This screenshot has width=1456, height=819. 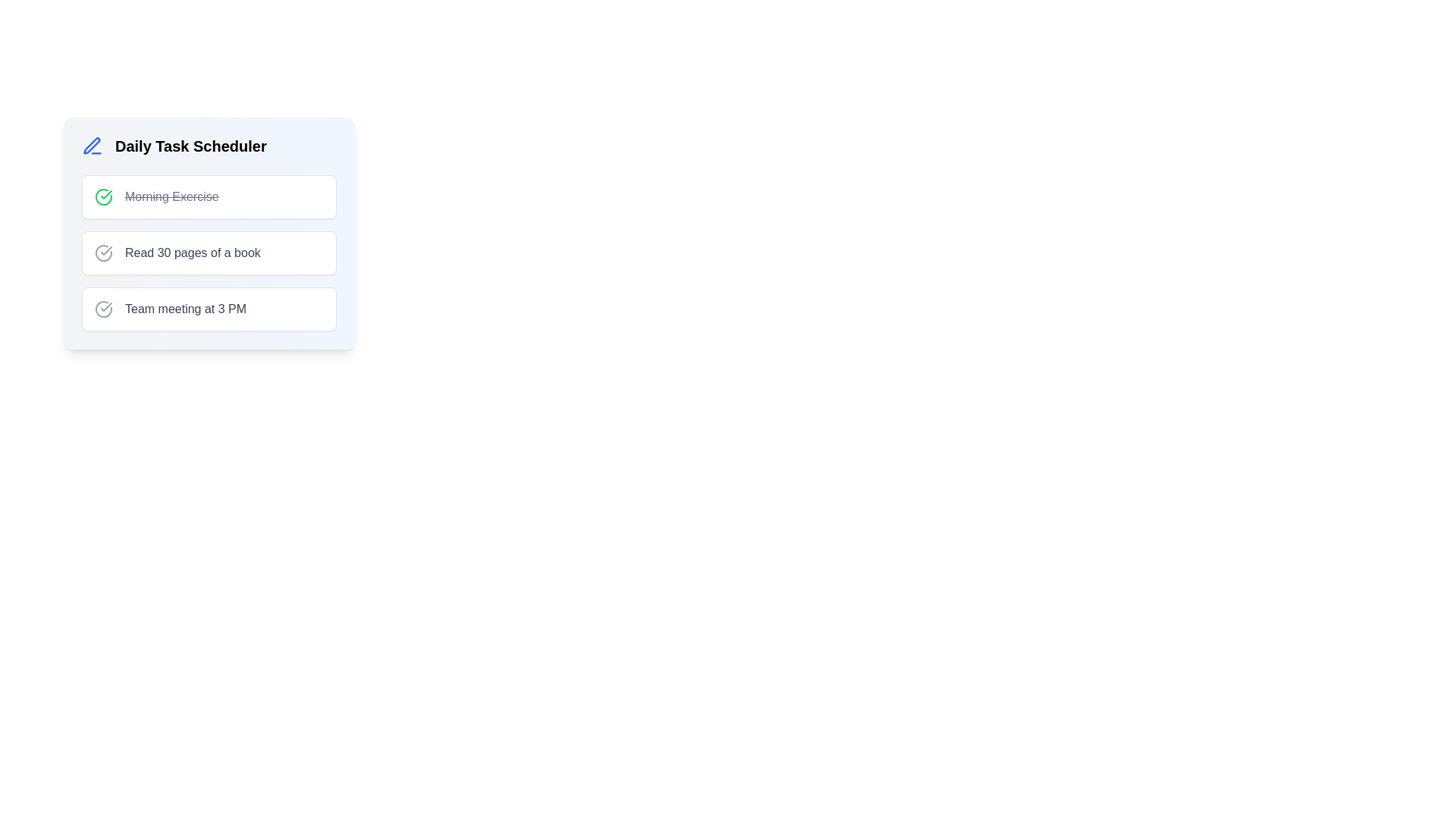 I want to click on text label that says 'Read 30 pages of a book' located in the second position of the task list in the Daily Task Scheduler interface, so click(x=192, y=253).